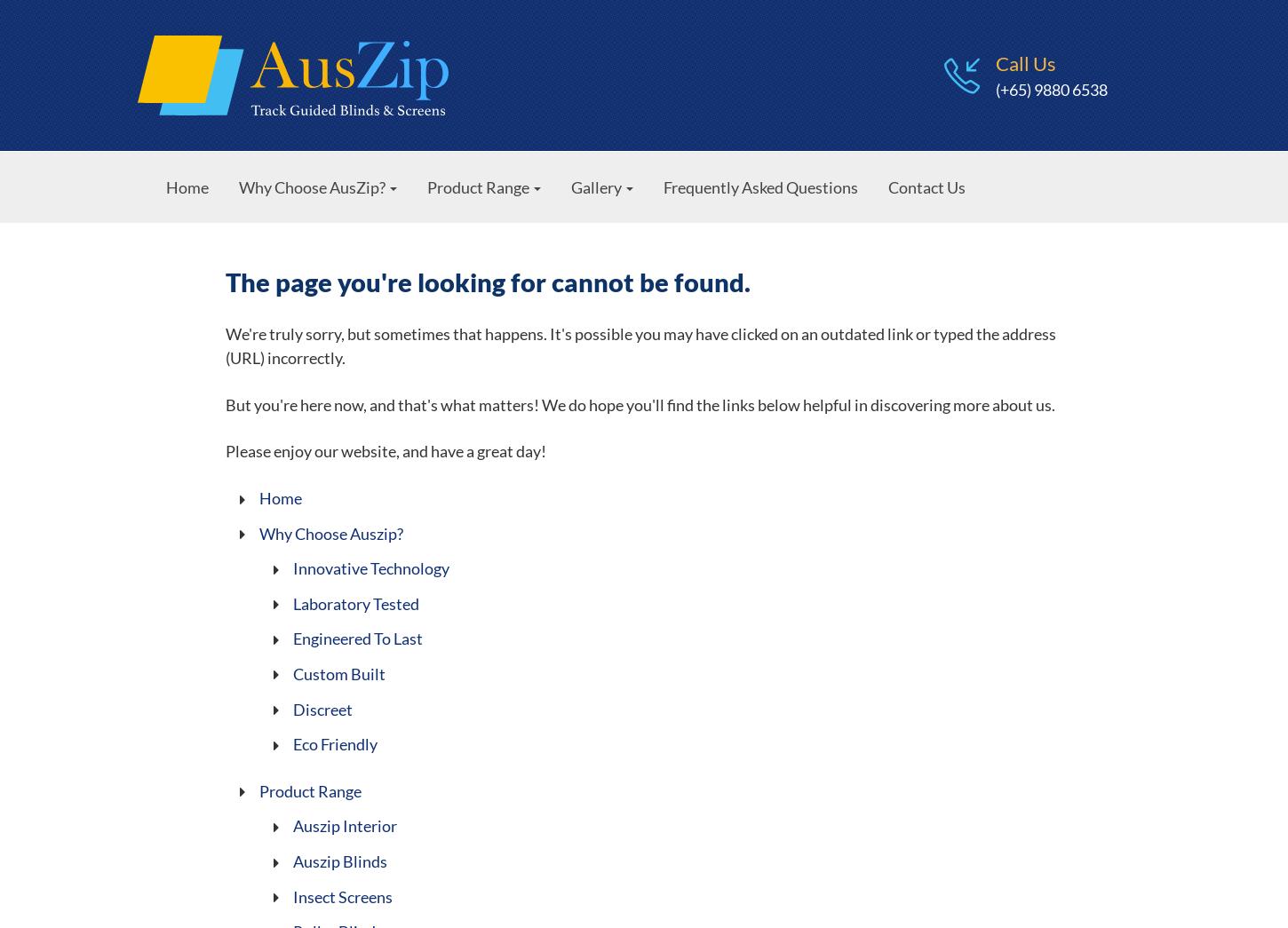 The width and height of the screenshot is (1288, 928). I want to click on 'Frequently Asked Questions', so click(759, 186).